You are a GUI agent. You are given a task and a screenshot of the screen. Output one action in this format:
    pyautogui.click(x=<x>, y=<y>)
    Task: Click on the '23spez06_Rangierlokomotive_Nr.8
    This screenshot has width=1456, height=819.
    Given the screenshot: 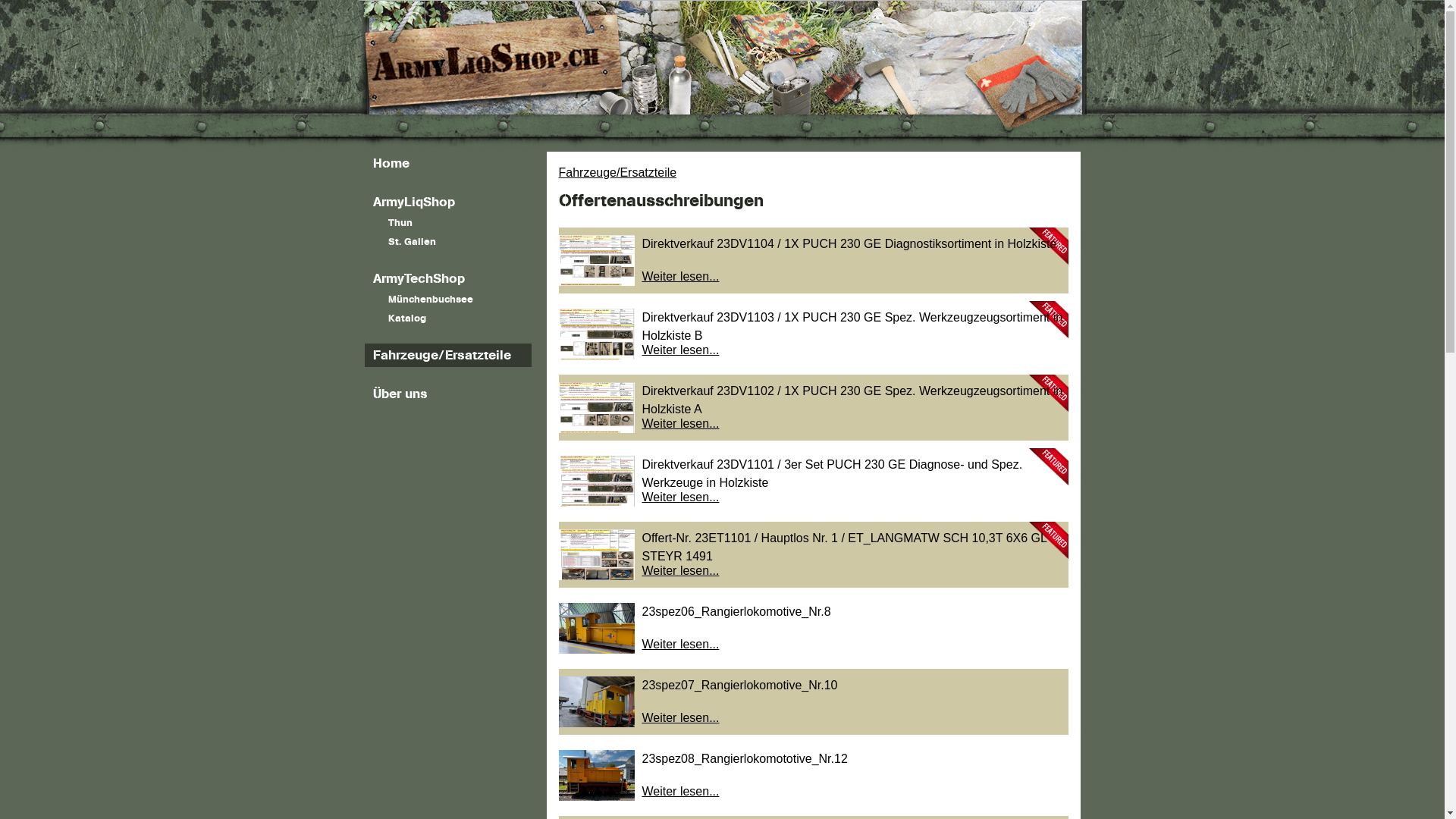 What is the action you would take?
    pyautogui.click(x=811, y=628)
    